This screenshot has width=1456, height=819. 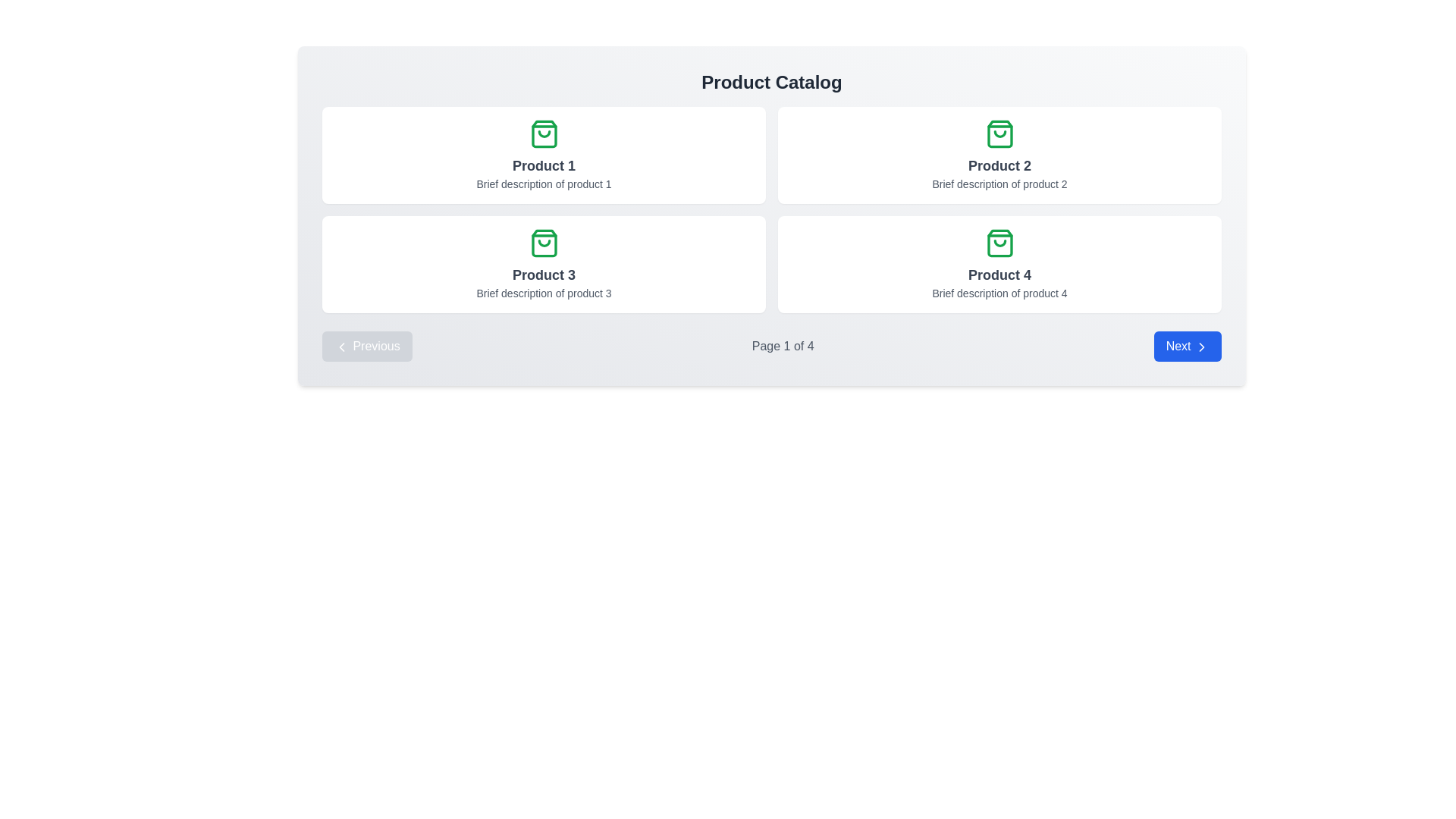 What do you see at coordinates (544, 242) in the screenshot?
I see `the upper portion of the shopping bag icon` at bounding box center [544, 242].